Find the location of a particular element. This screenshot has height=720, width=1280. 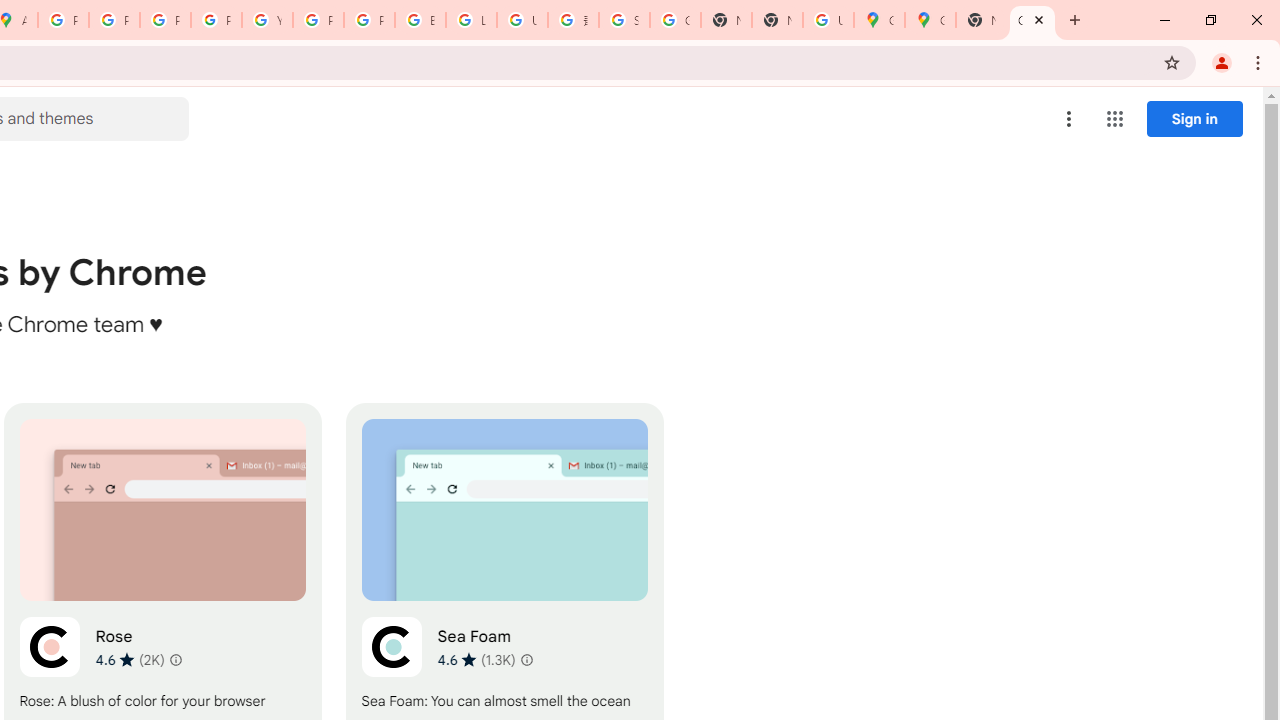

'Average rating 4.6 out of 5 stars. 1.3K ratings.' is located at coordinates (475, 659).